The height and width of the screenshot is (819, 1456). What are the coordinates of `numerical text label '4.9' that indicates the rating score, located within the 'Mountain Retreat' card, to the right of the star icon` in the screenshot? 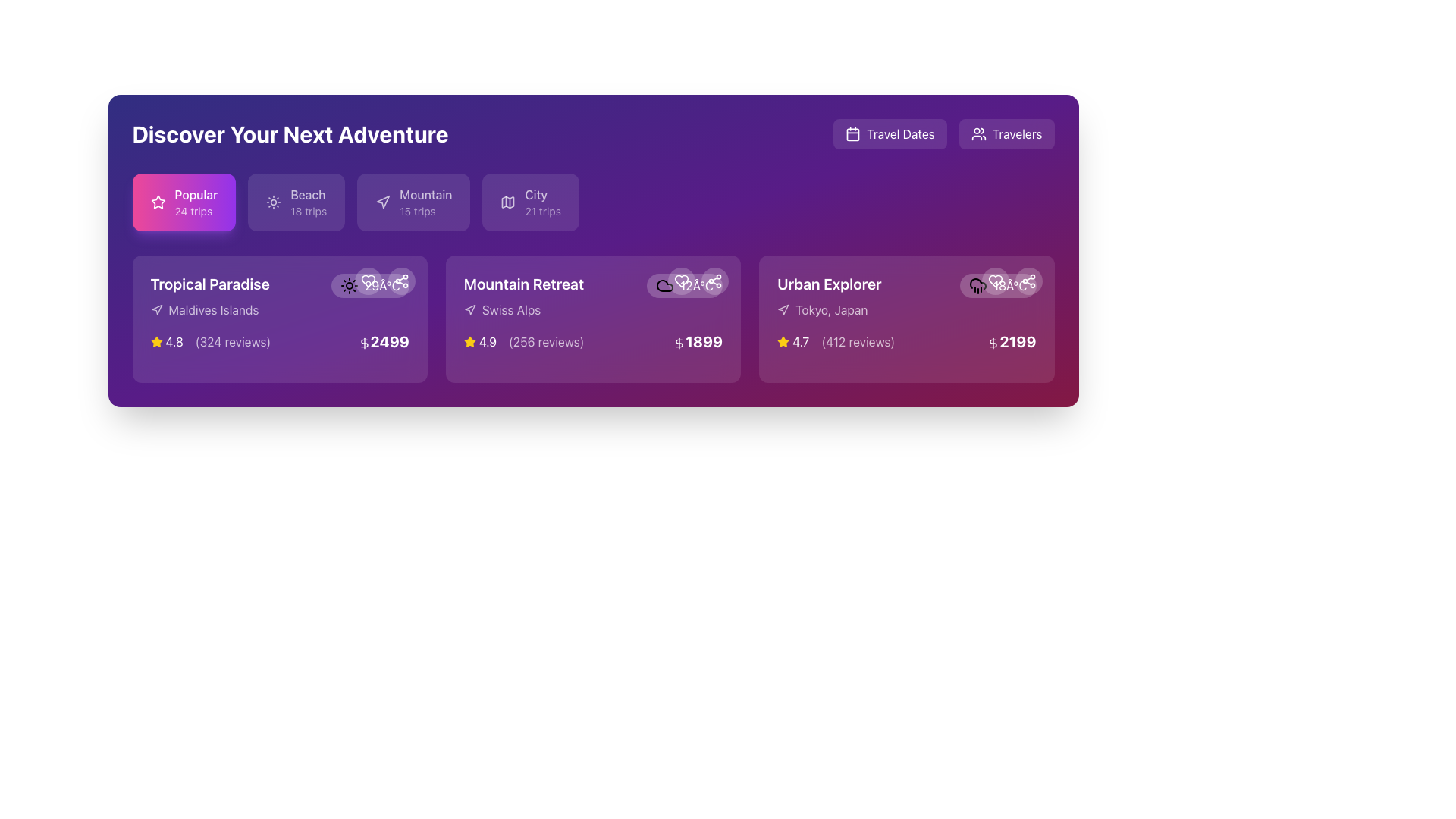 It's located at (488, 342).